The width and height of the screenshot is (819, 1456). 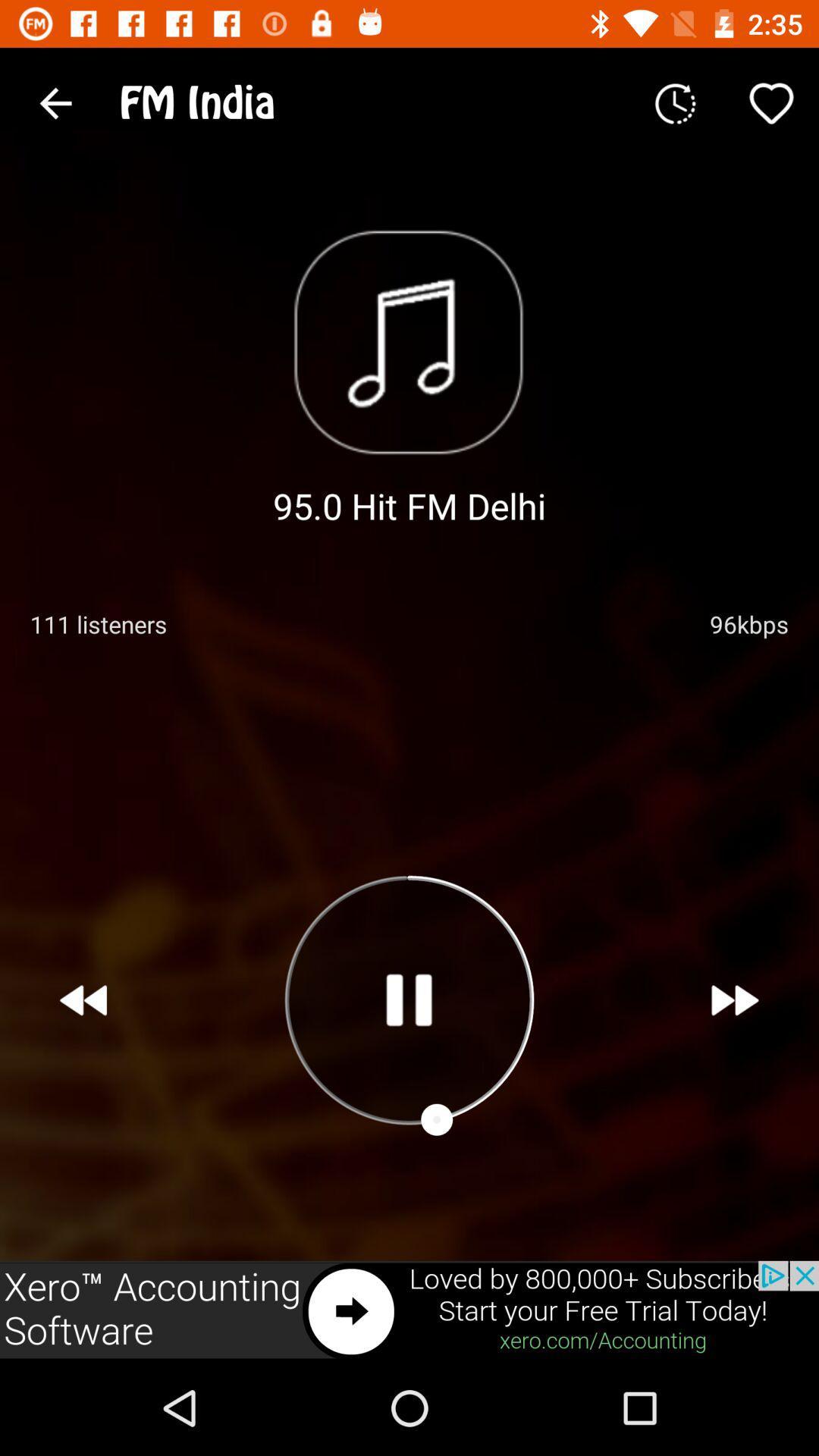 I want to click on the av_forward icon, so click(x=734, y=1000).